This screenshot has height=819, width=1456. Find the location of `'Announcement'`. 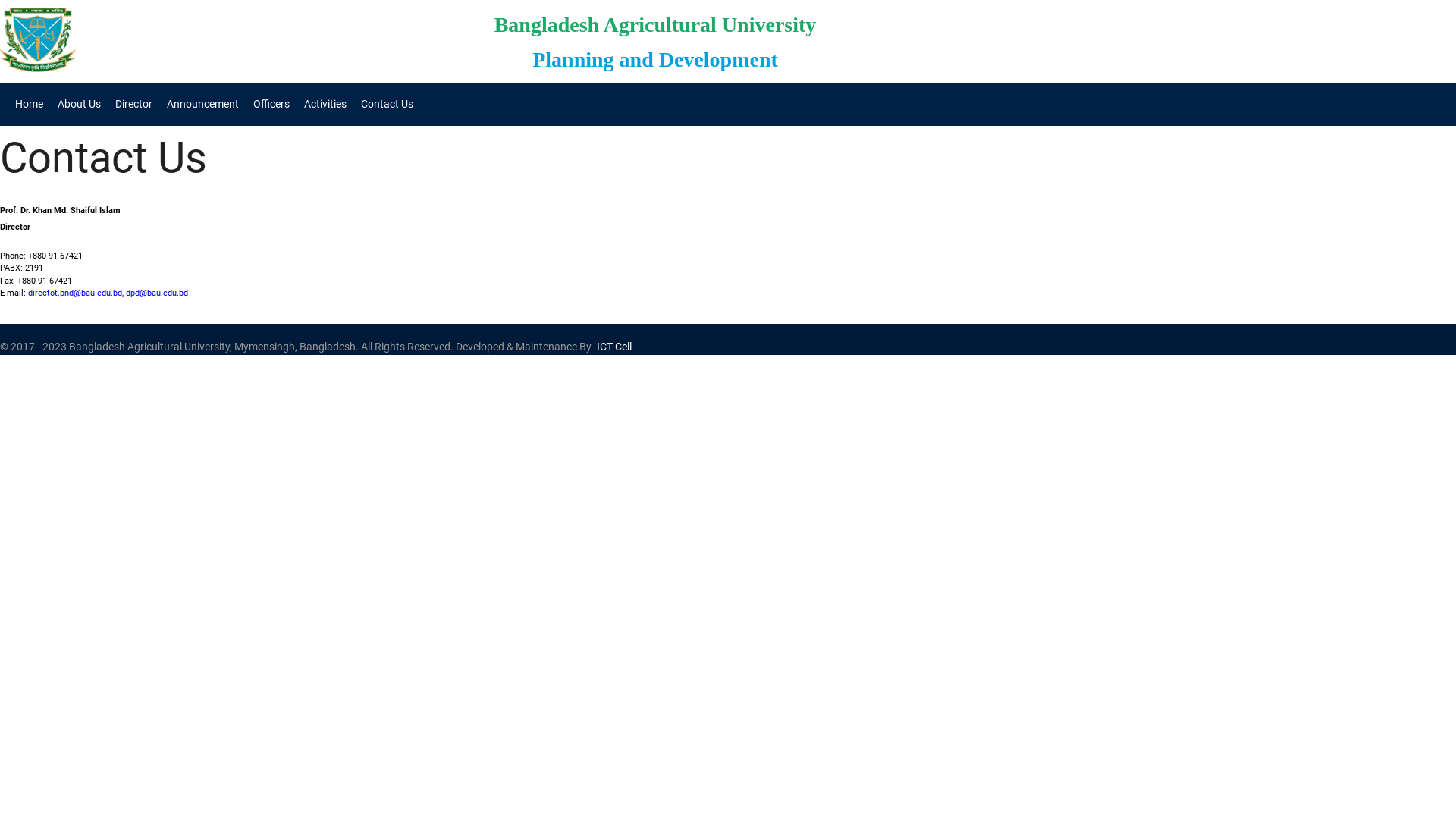

'Announcement' is located at coordinates (160, 103).